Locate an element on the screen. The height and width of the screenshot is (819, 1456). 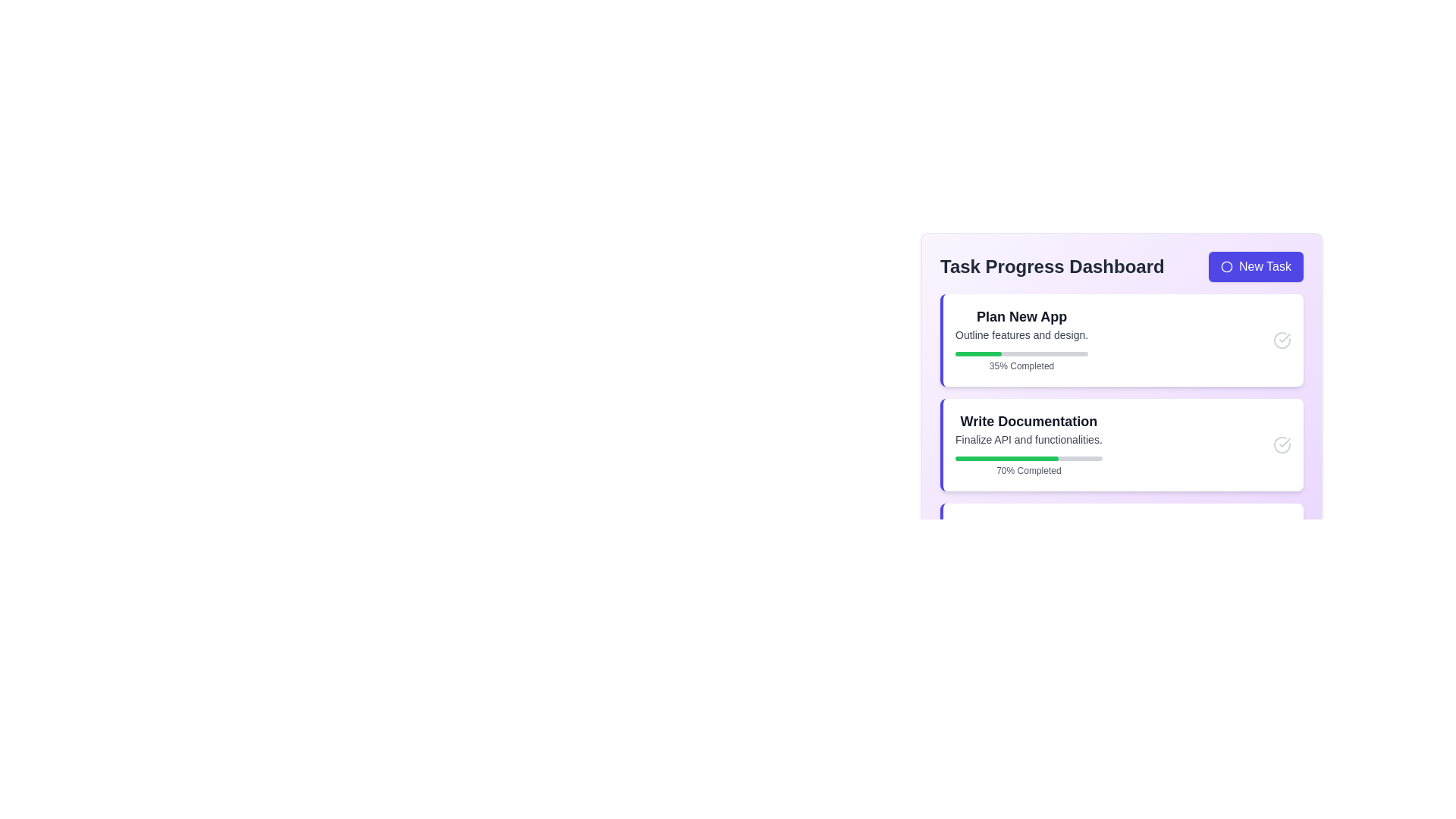
the circular outline within the 'New Task' button located in the top-right area of the 'Task Progress Dashboard.' is located at coordinates (1226, 265).